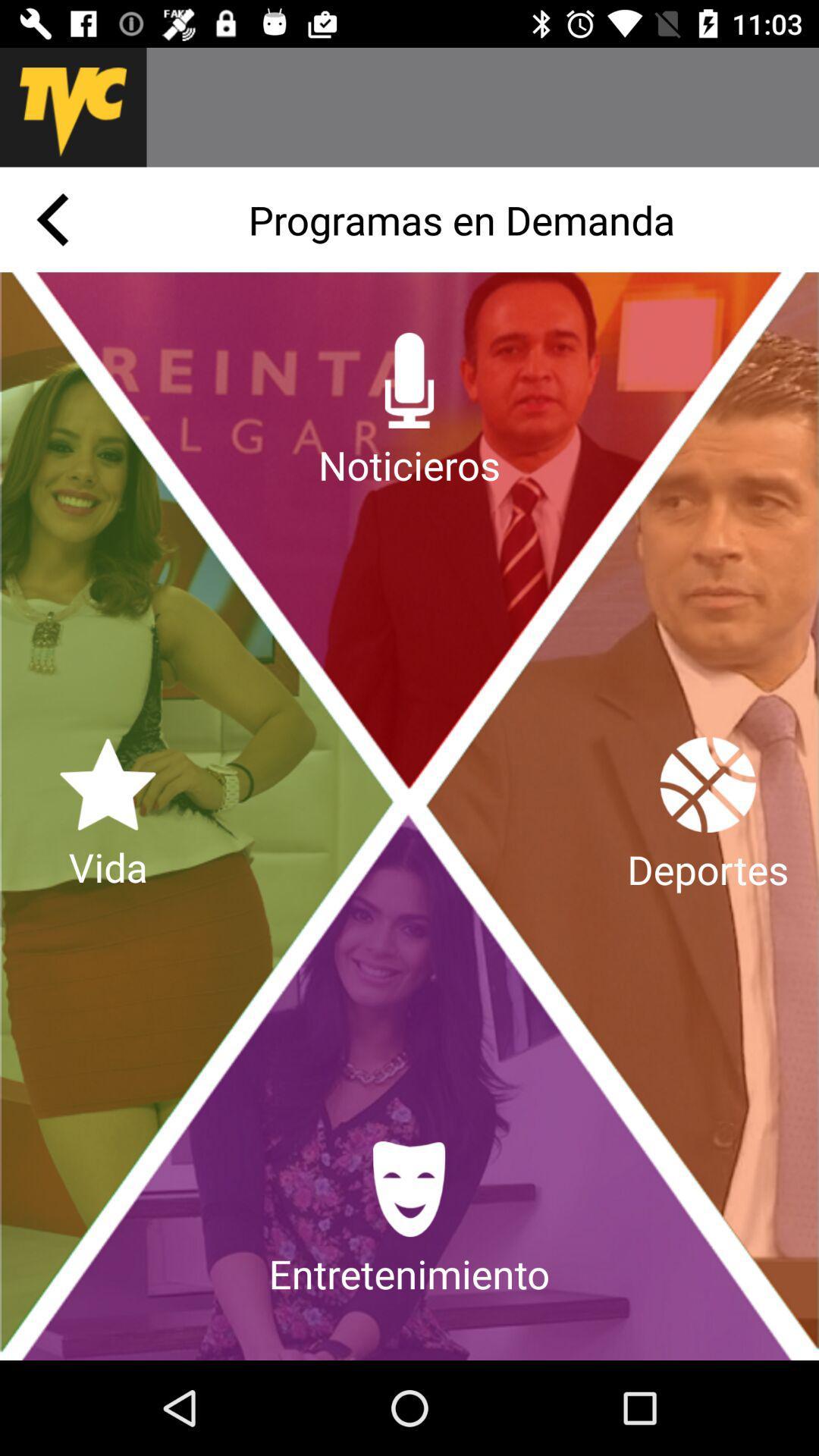 The width and height of the screenshot is (819, 1456). What do you see at coordinates (107, 815) in the screenshot?
I see `app next to deportes item` at bounding box center [107, 815].